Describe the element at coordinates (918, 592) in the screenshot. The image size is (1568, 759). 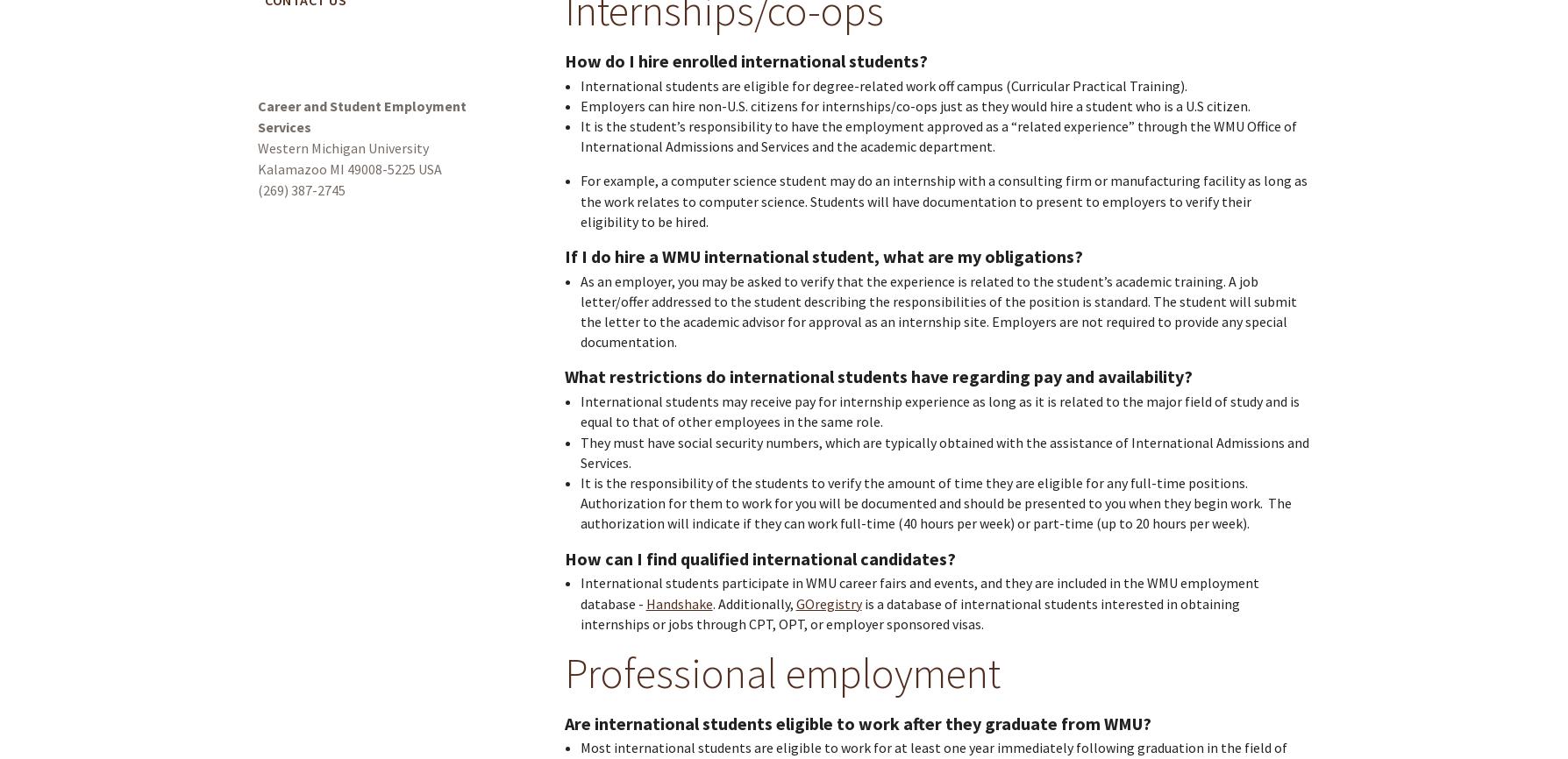
I see `'International students participate in WMU career fairs and events, and they are included in the WMU employment database -'` at that location.